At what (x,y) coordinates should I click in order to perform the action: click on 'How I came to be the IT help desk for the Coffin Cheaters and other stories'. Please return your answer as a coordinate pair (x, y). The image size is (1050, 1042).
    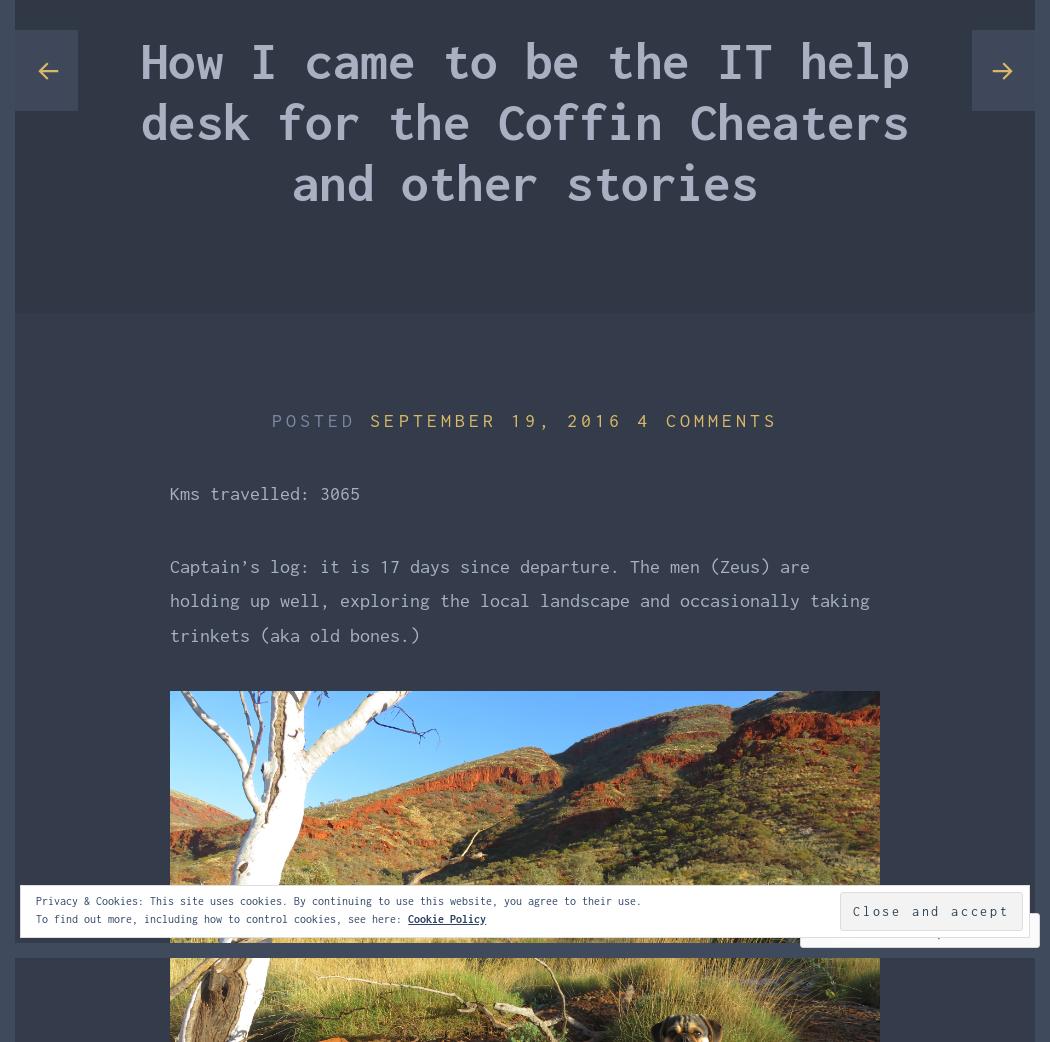
    Looking at the image, I should click on (523, 120).